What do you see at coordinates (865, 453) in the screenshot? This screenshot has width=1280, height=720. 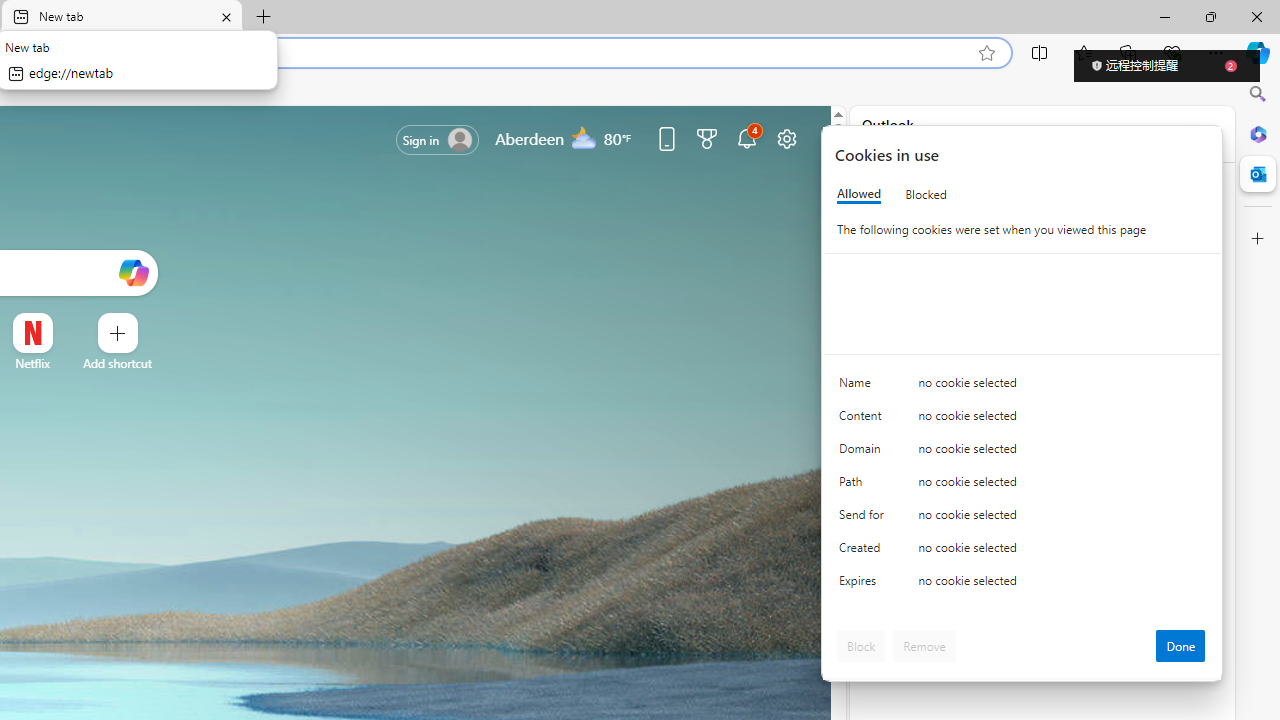 I see `'Domain'` at bounding box center [865, 453].